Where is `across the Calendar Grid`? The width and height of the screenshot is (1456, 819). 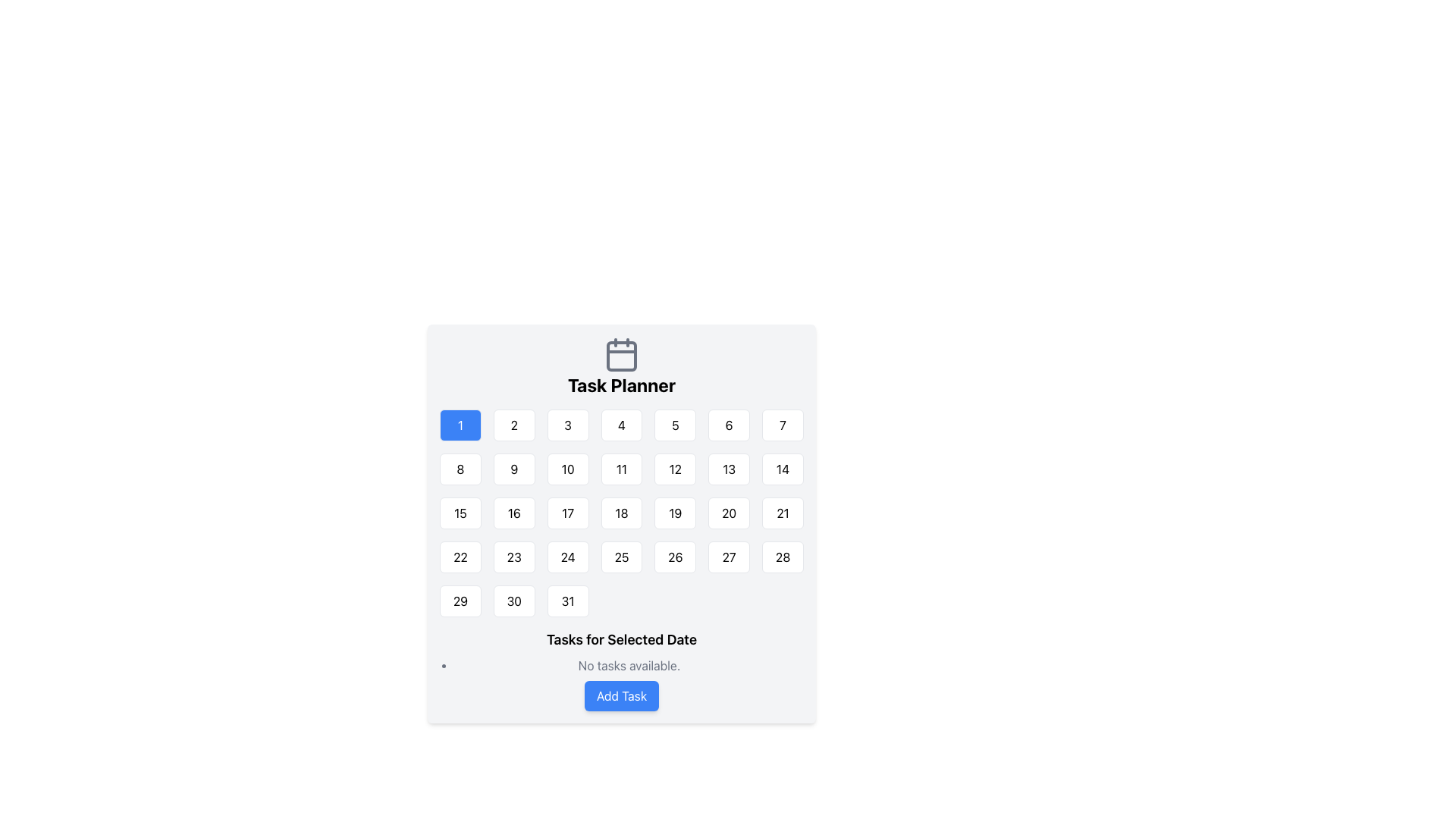
across the Calendar Grid is located at coordinates (622, 513).